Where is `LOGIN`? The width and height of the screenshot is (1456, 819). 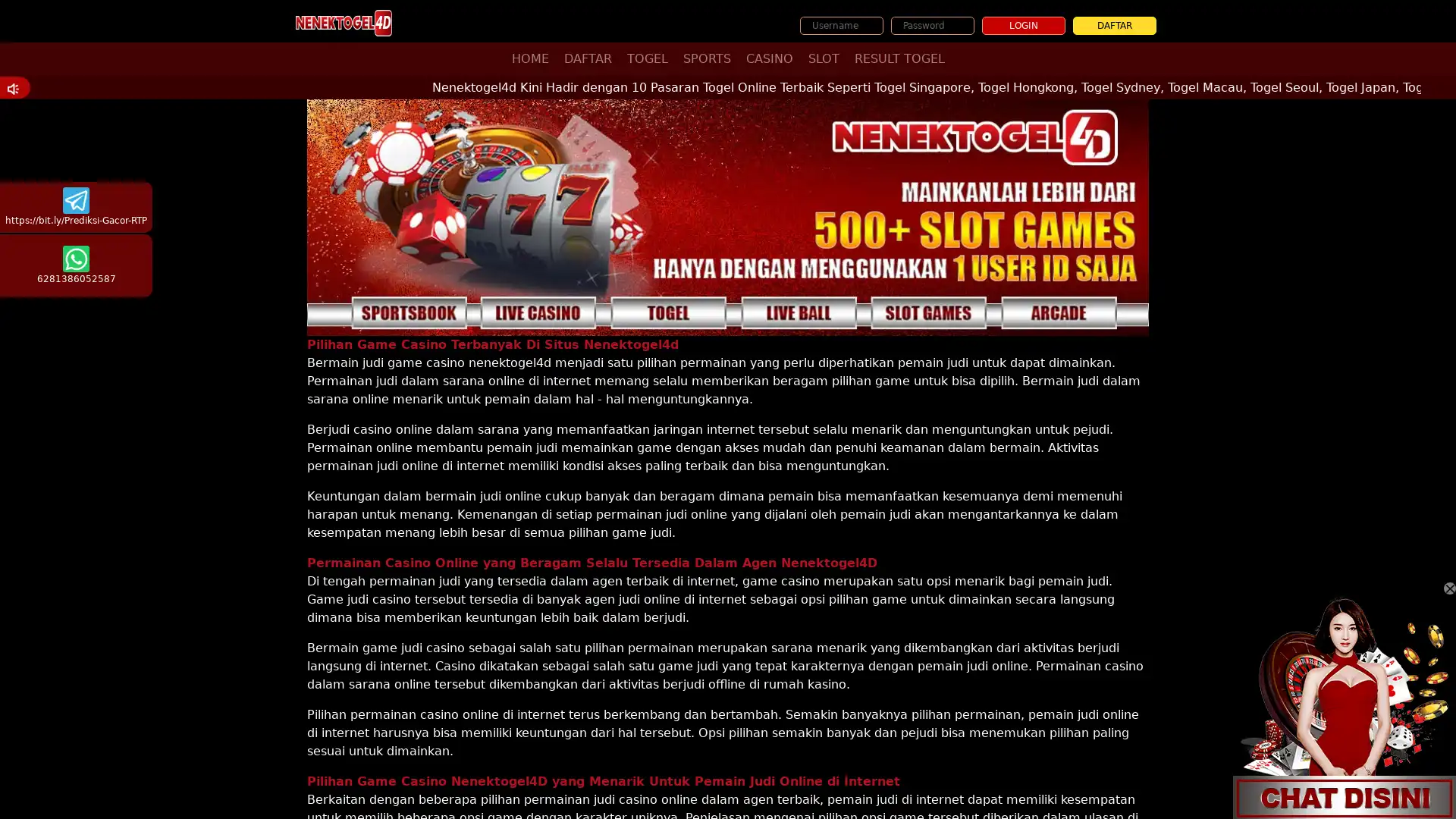
LOGIN is located at coordinates (1023, 26).